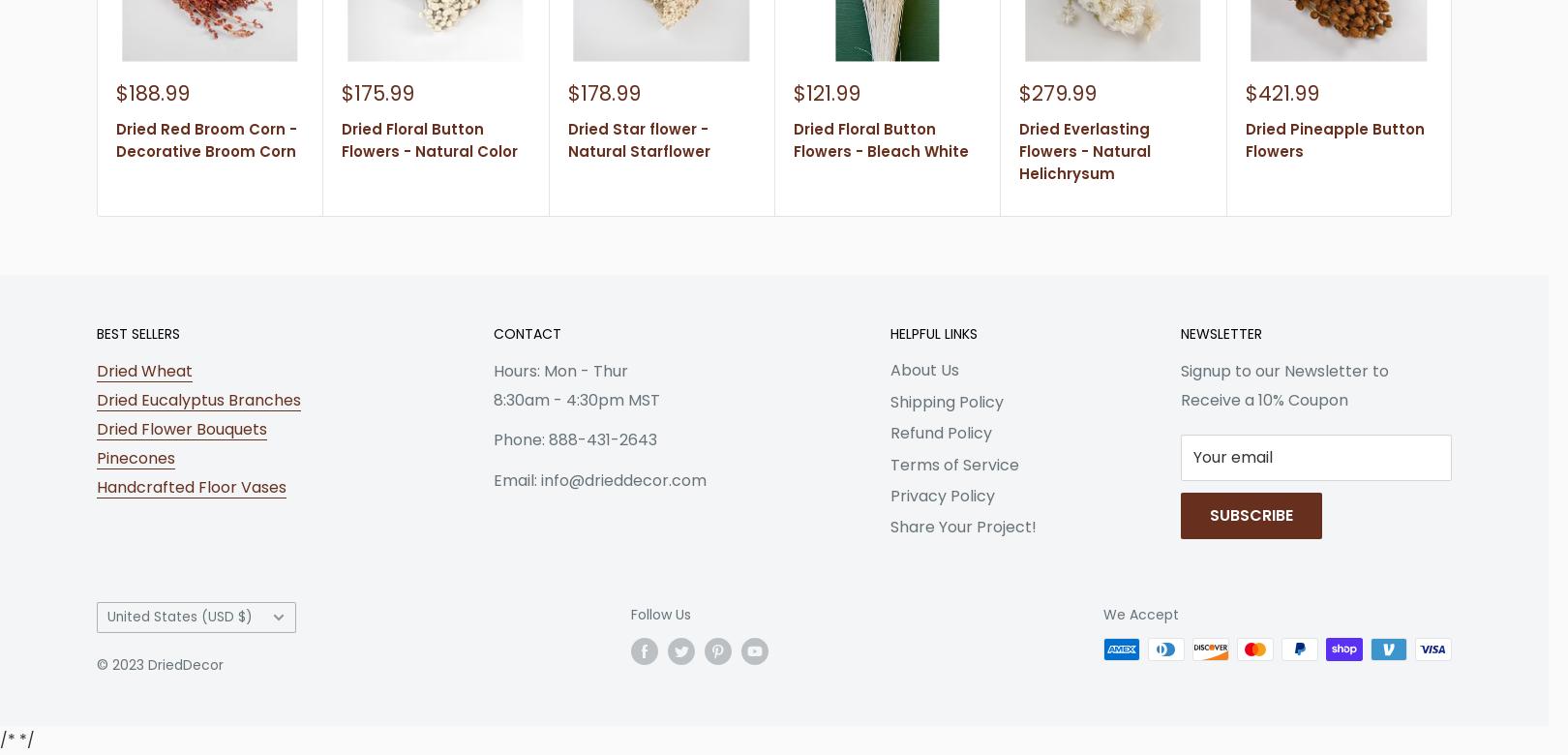 Image resolution: width=1568 pixels, height=755 pixels. I want to click on 'Israel (ILS ₪)', so click(130, 619).